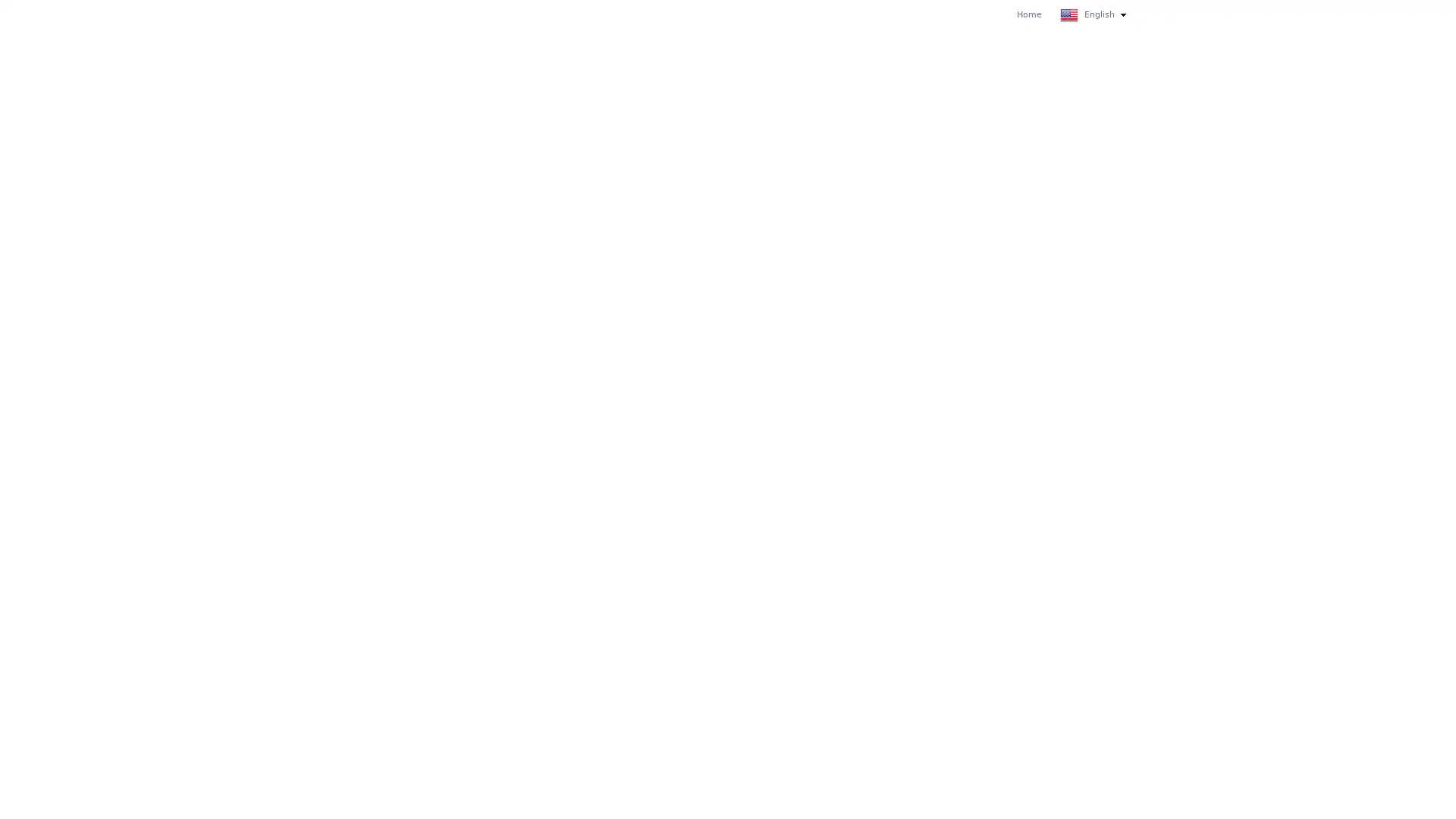  What do you see at coordinates (1121, 14) in the screenshot?
I see `Submit search` at bounding box center [1121, 14].